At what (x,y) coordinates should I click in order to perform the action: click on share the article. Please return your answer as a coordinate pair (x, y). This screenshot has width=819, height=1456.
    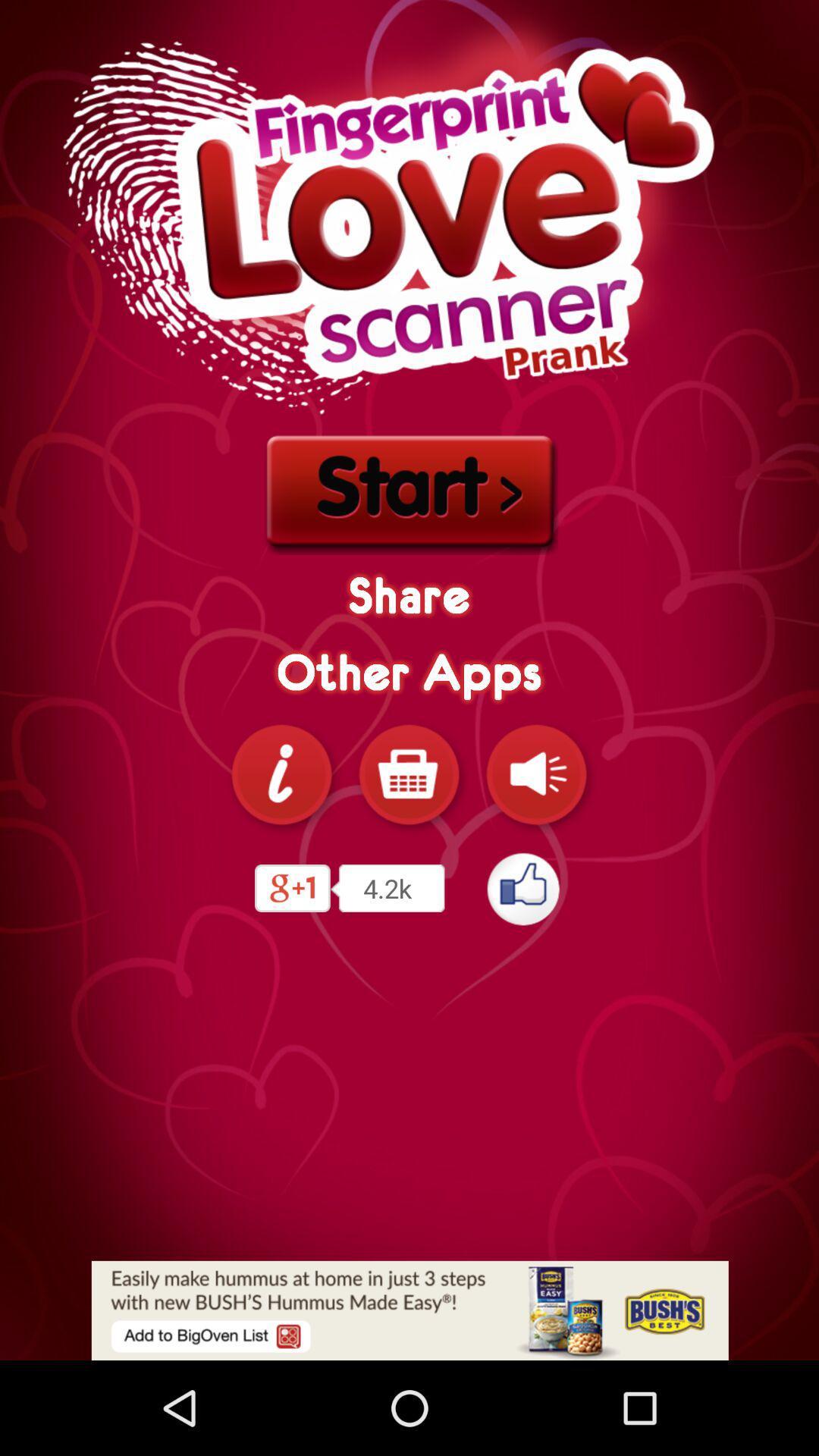
    Looking at the image, I should click on (409, 1310).